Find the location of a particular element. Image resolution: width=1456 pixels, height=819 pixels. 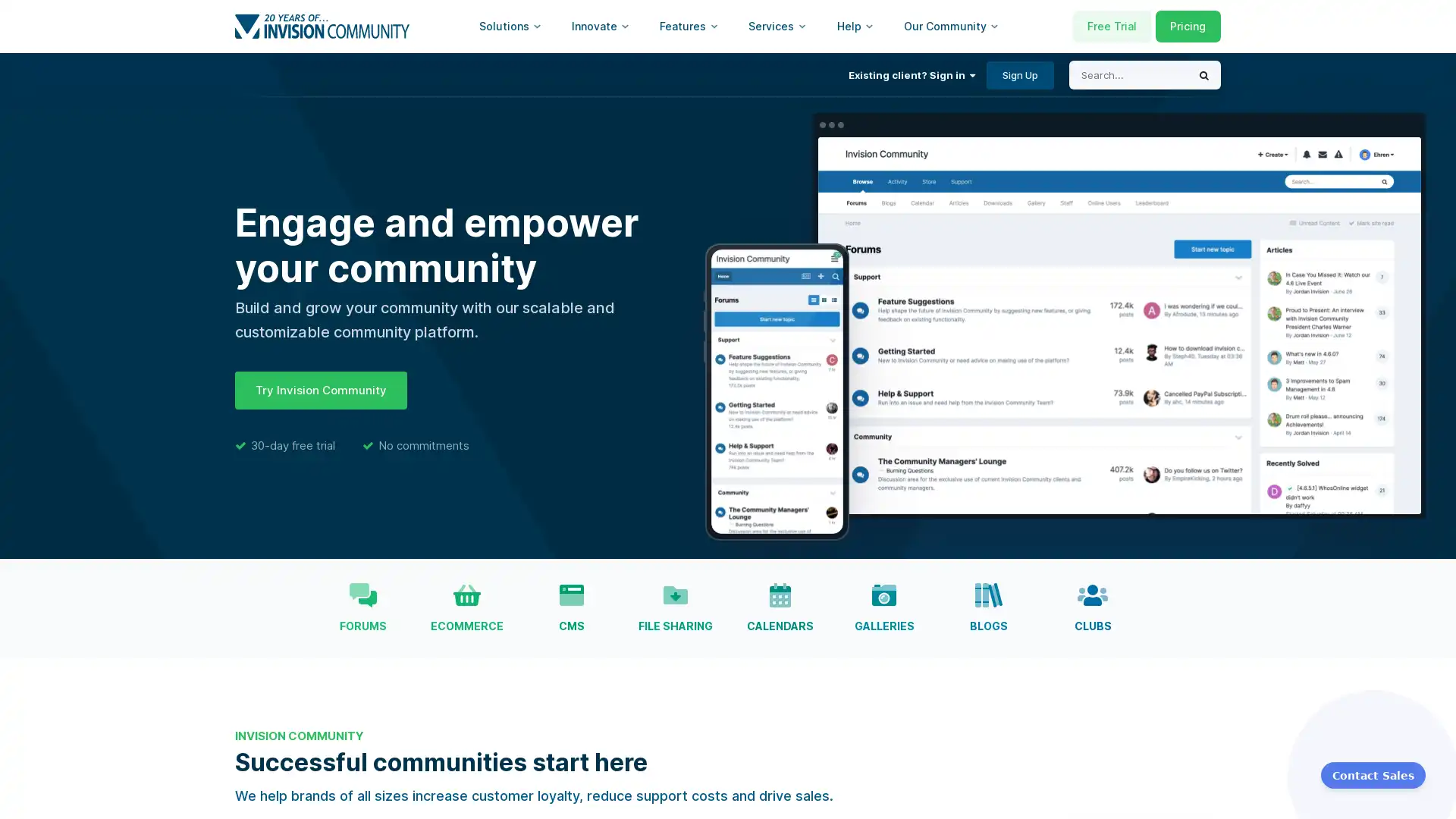

Services is located at coordinates (777, 26).